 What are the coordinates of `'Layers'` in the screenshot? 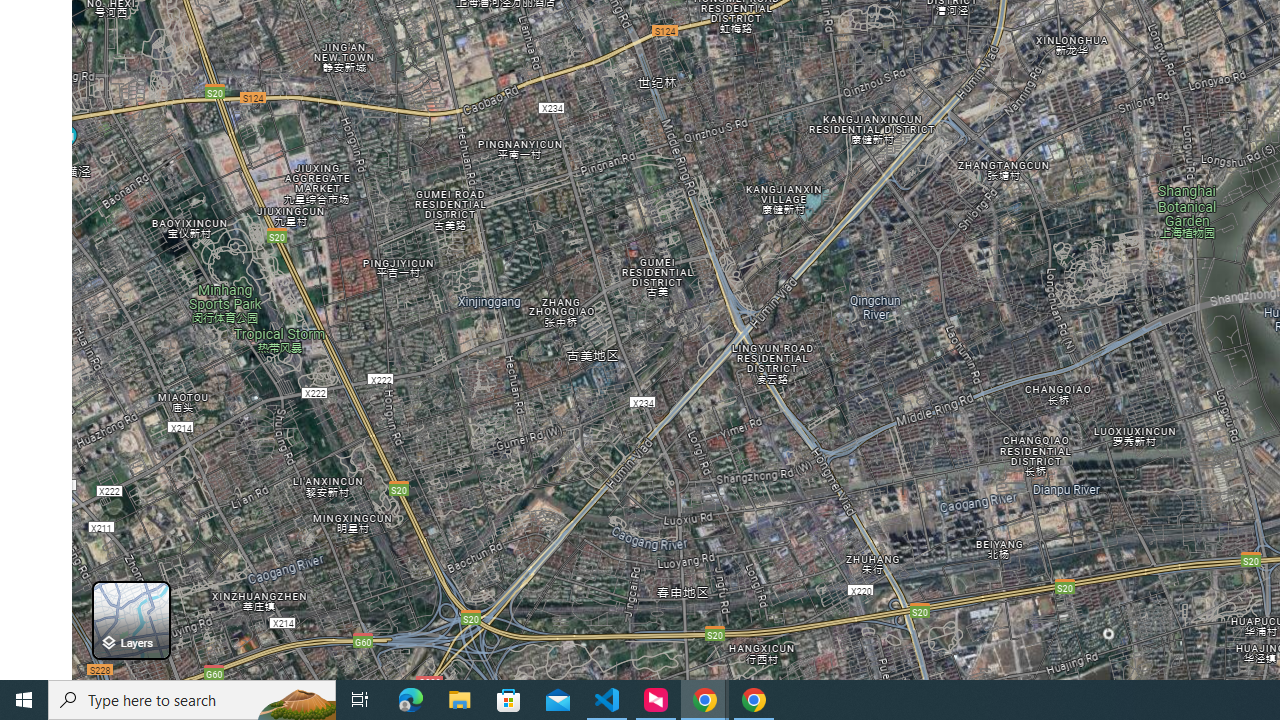 It's located at (130, 619).